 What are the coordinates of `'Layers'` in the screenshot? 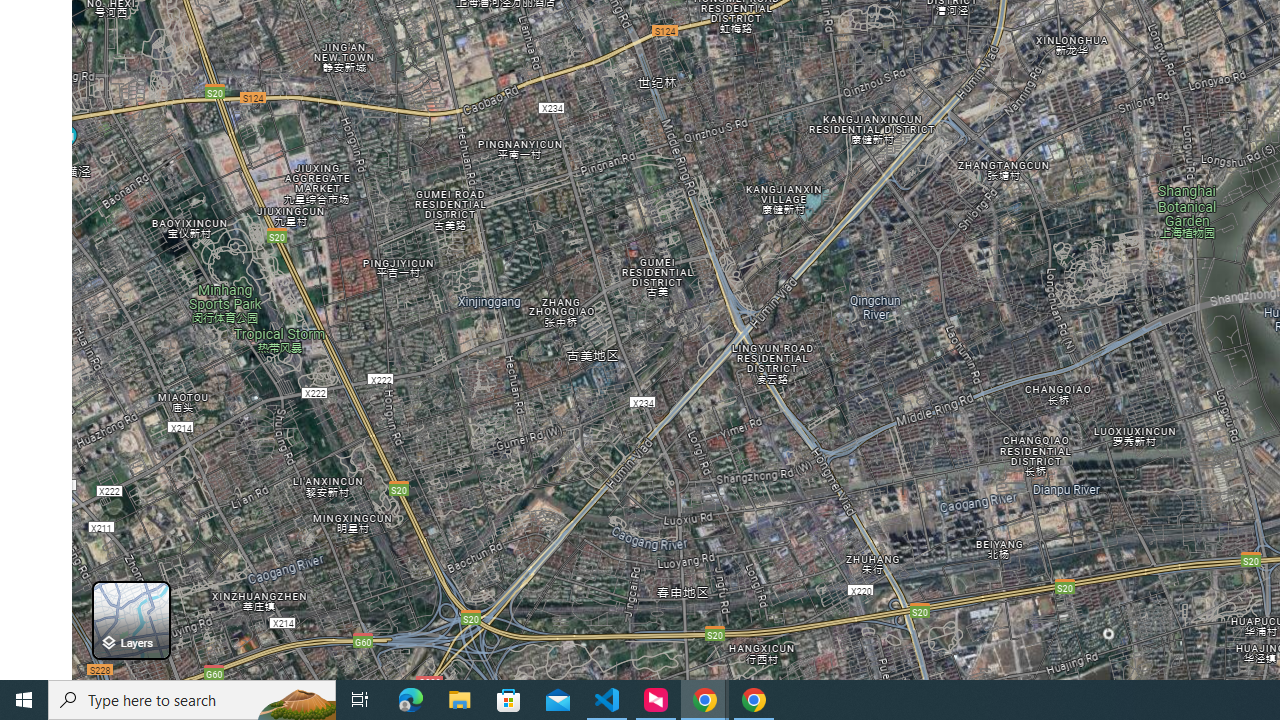 It's located at (130, 619).